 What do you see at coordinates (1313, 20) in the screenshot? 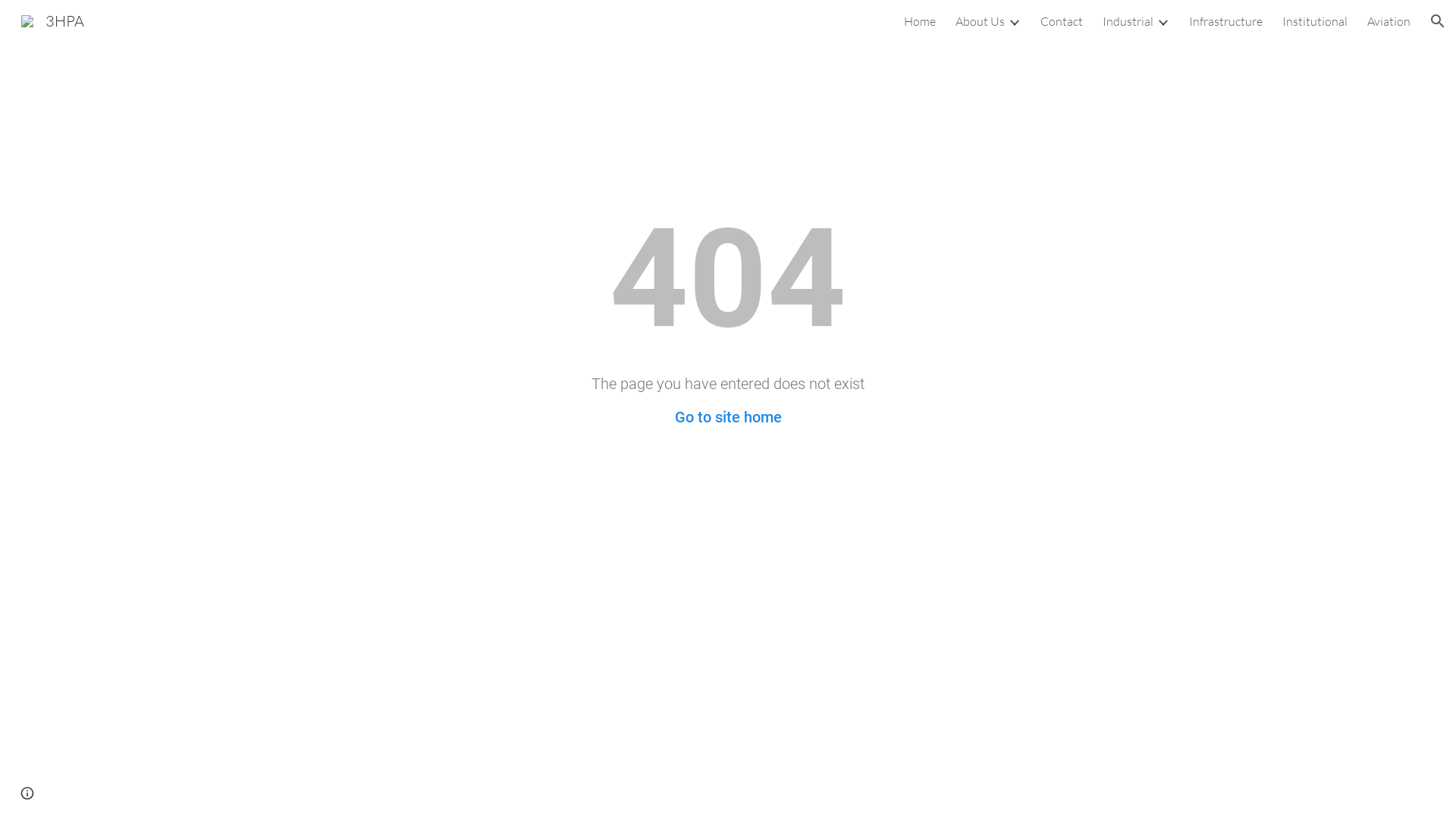
I see `'Institutional'` at bounding box center [1313, 20].